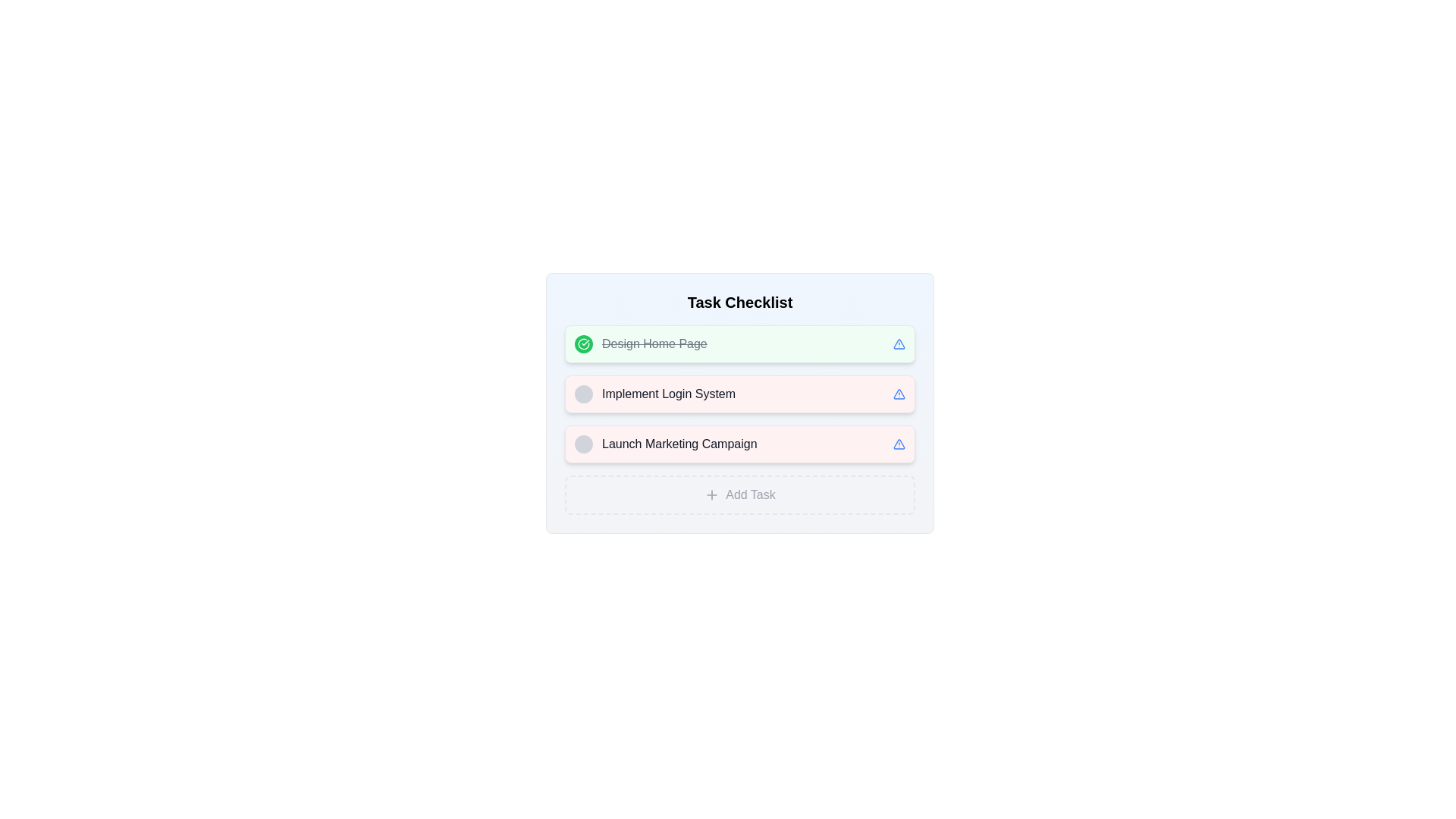  I want to click on the icon beside the list item displaying the task name 'Launch Marketing Campaign' in the checklist interface, so click(666, 444).